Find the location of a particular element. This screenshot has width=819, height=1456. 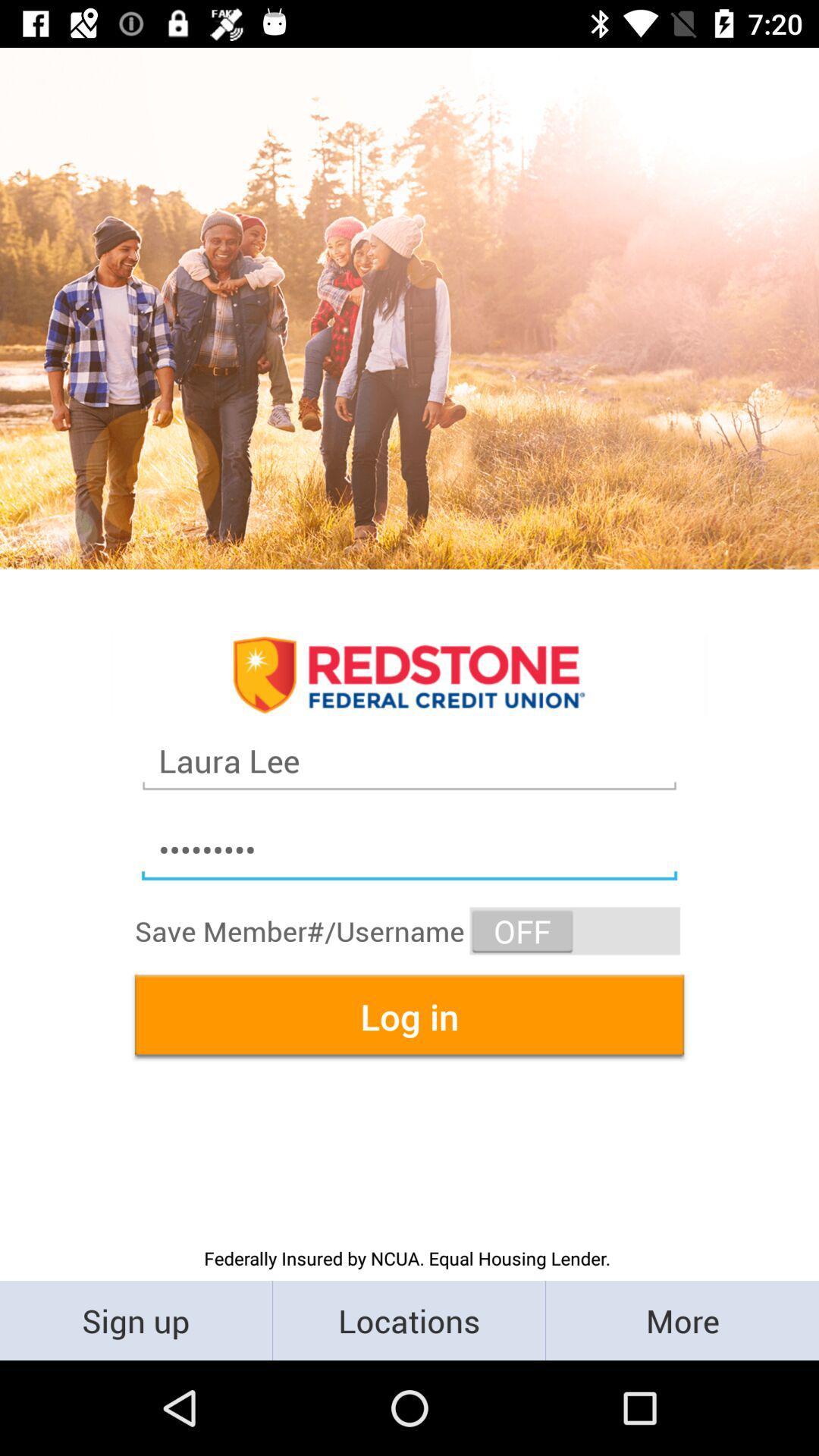

the crowd3116 item is located at coordinates (409, 850).